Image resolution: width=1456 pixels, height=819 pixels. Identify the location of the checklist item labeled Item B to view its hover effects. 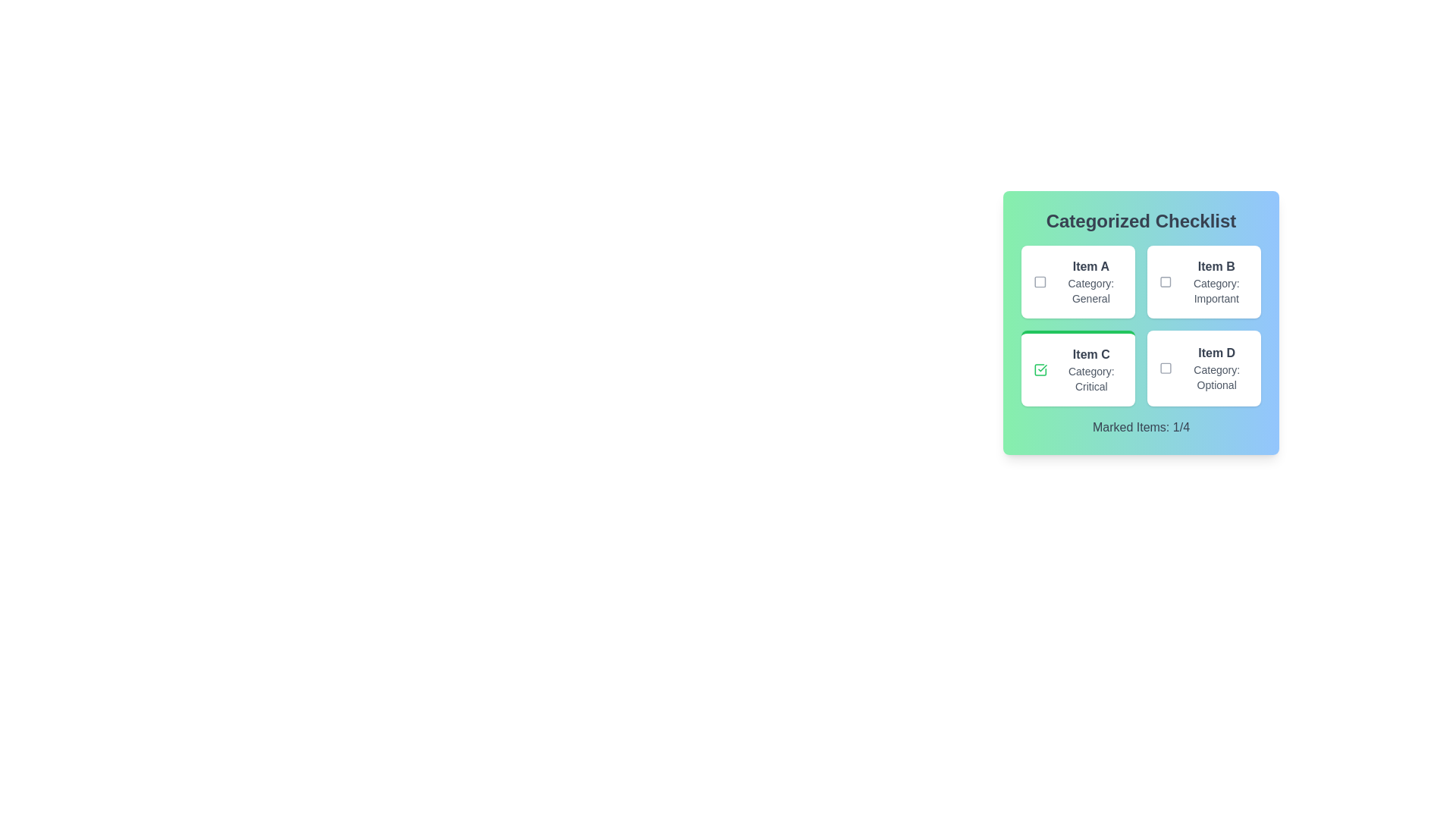
(1203, 281).